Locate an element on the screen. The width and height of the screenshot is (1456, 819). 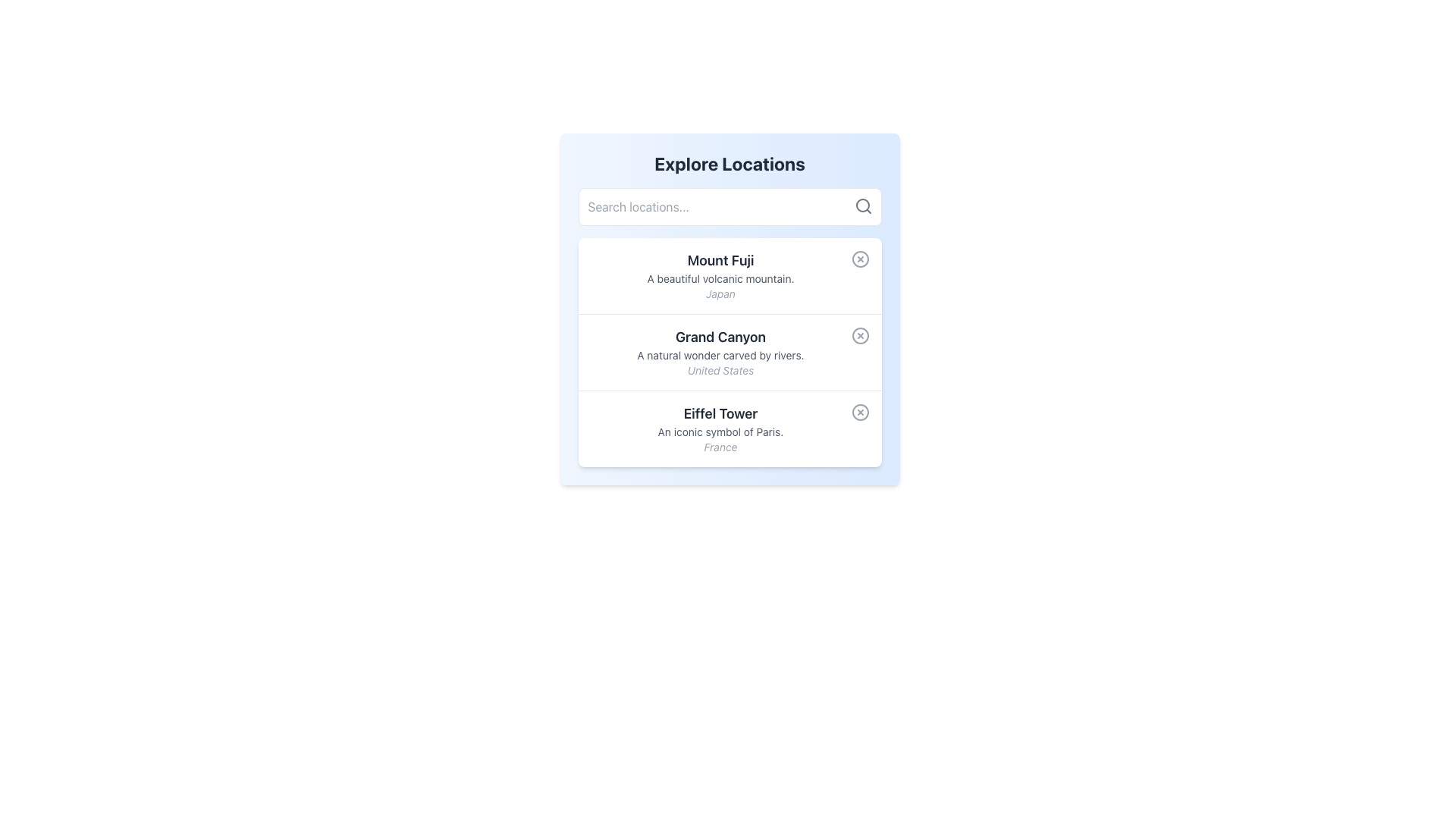
the decorative circle in the SVG graphic that is associated with the 'Eiffel Tower' list item, positioned on the far right of the list item is located at coordinates (860, 412).